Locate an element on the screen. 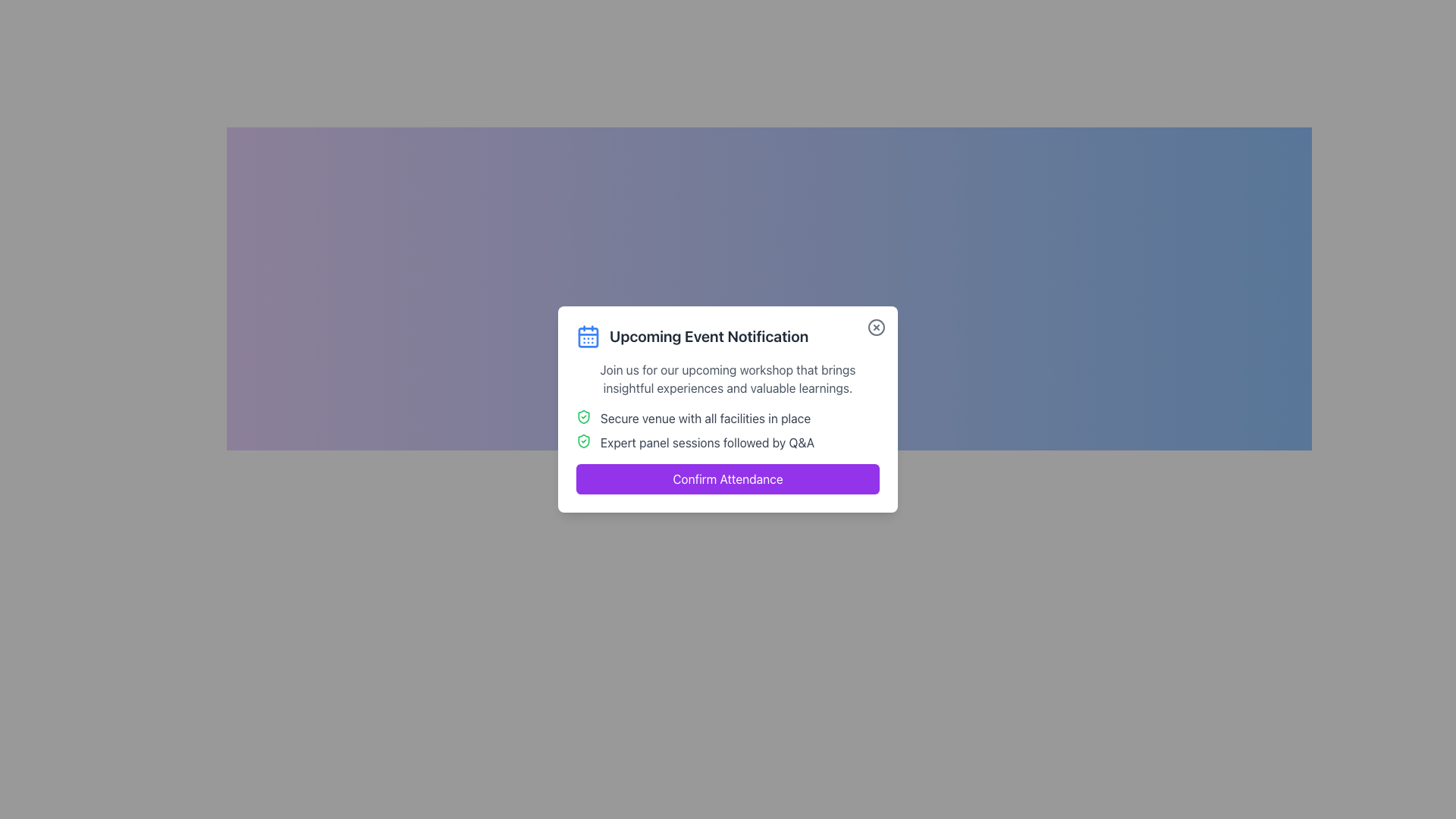 The width and height of the screenshot is (1456, 819). the calendar icon located in the top left corner of the modal dialog box displaying the 'Upcoming Event Notification' heading is located at coordinates (588, 336).